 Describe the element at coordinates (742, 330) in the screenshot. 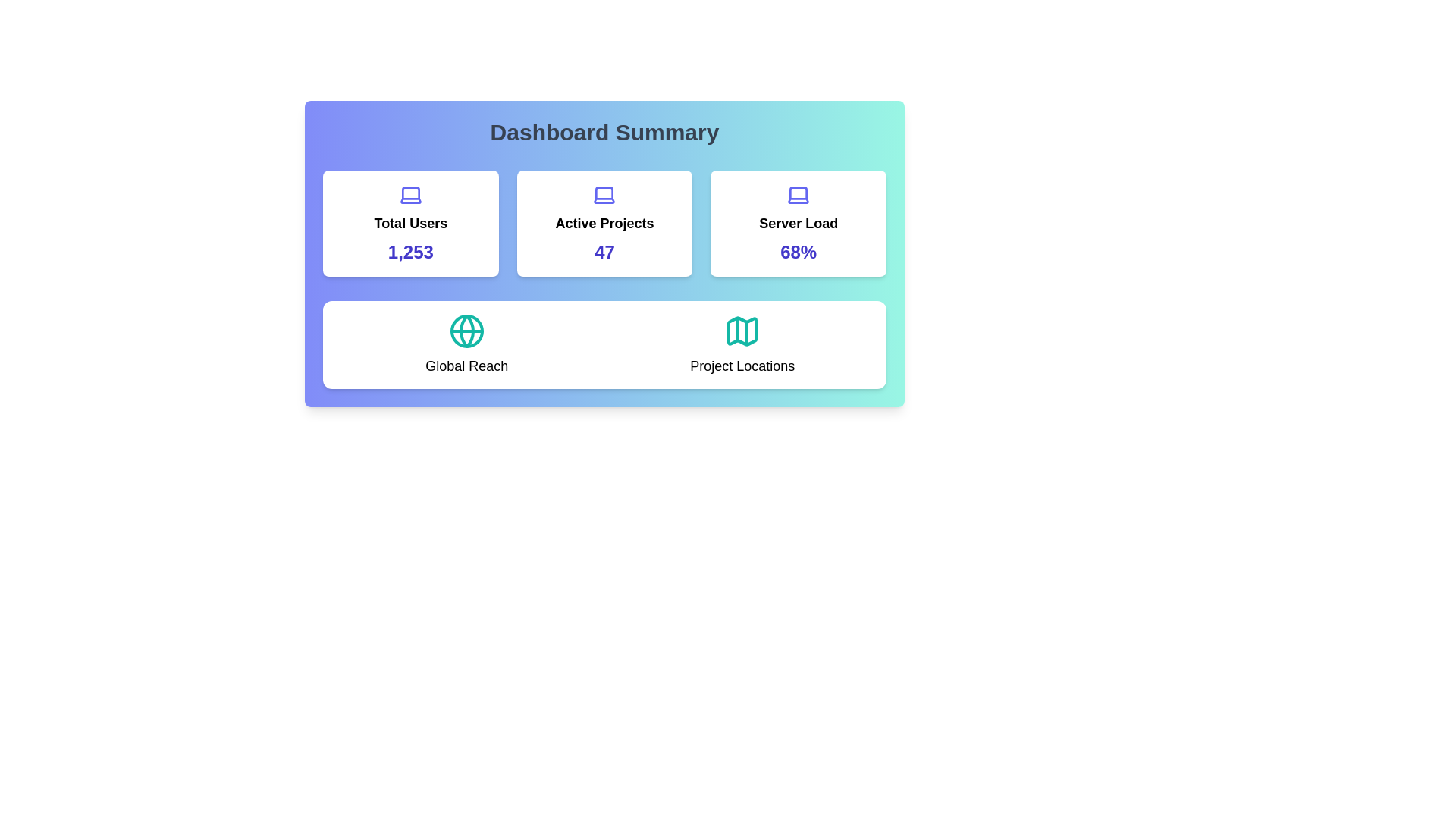

I see `the 'Project Locations' icon located in the bottom-right quadrant of the dashboard, adjacent to the 'Global Reach' icon` at that location.